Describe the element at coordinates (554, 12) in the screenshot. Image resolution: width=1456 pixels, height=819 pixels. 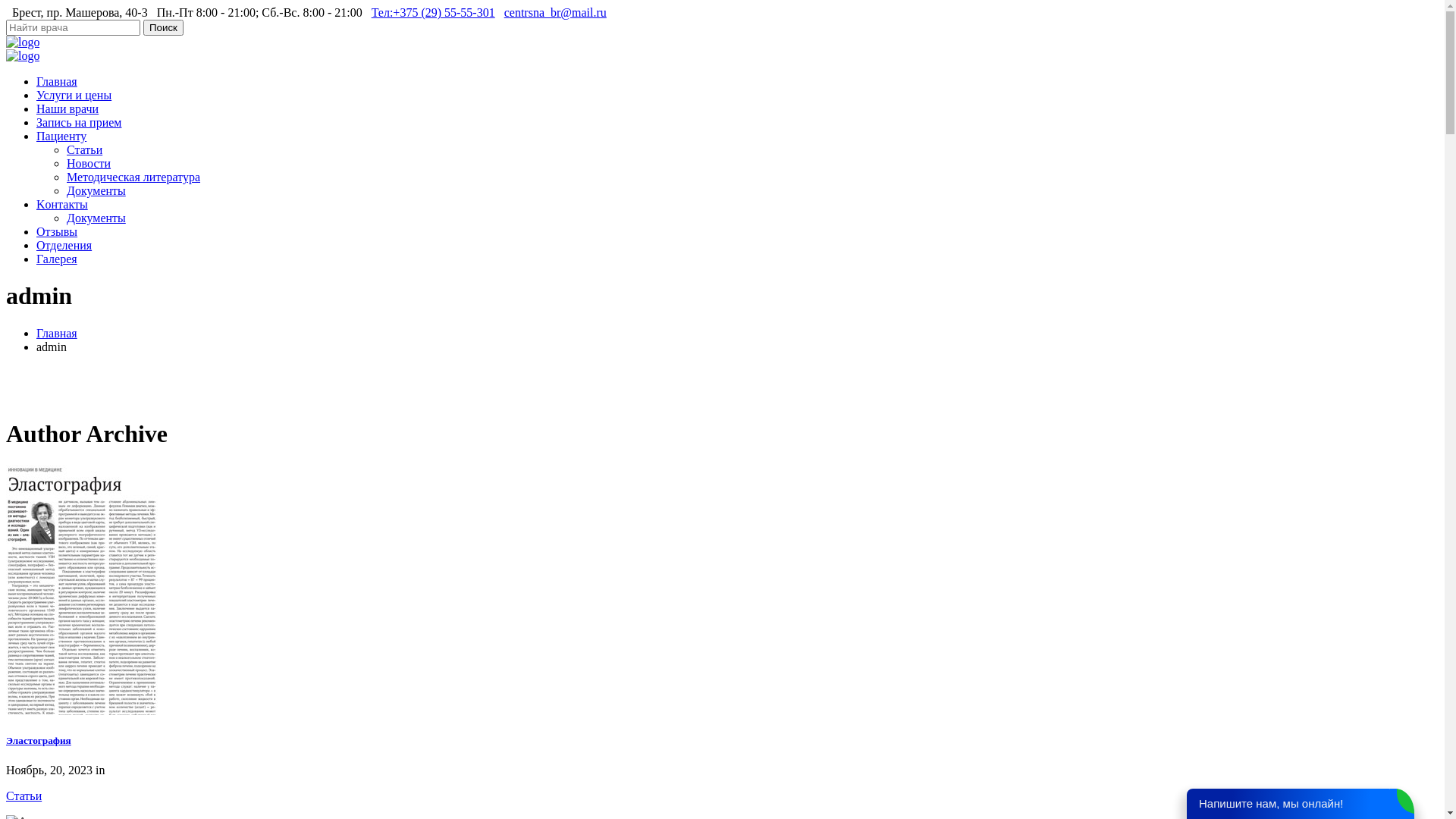
I see `'centrsna_br@mail.ru'` at that location.